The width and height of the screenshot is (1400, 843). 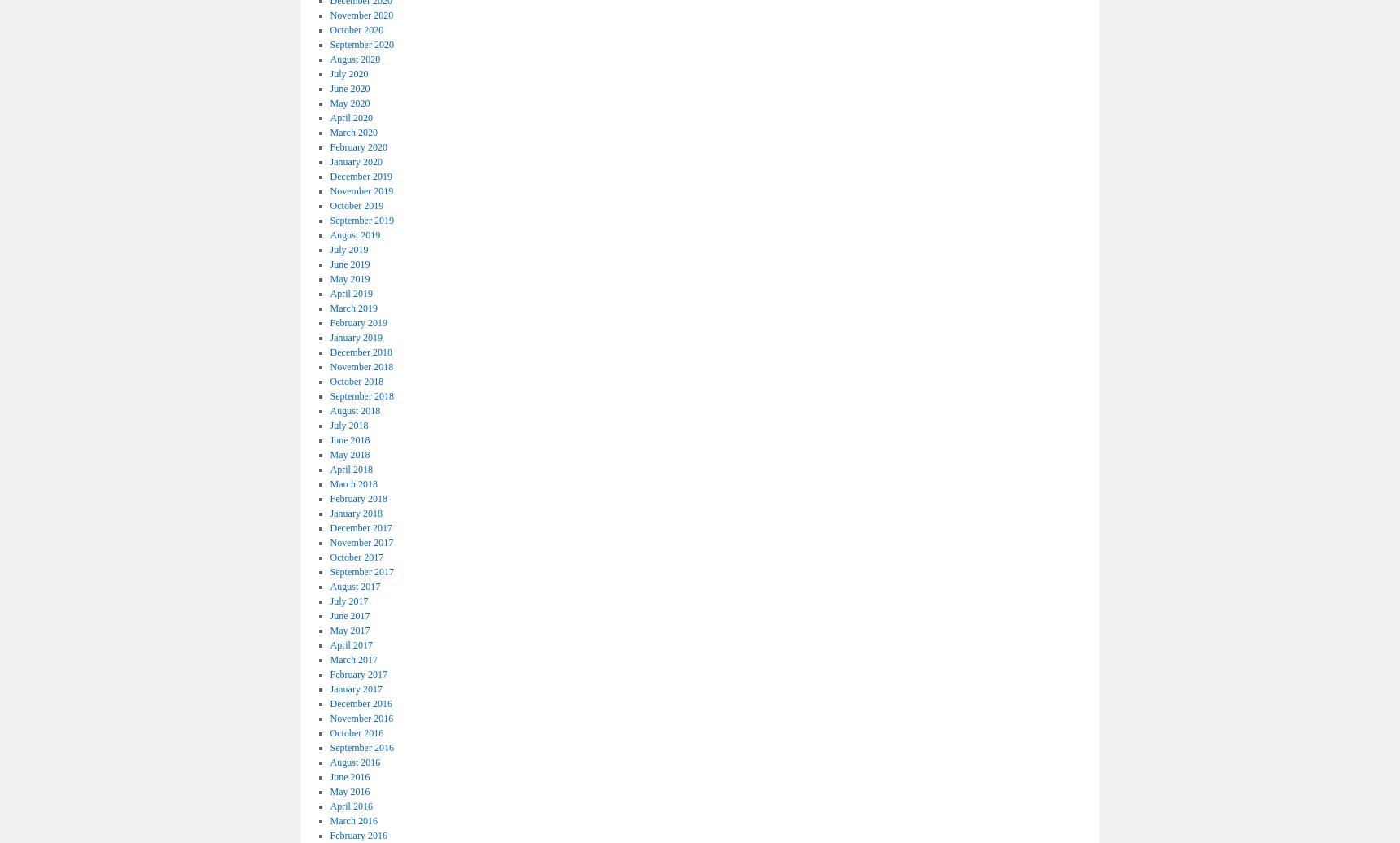 I want to click on 'November 2020', so click(x=360, y=15).